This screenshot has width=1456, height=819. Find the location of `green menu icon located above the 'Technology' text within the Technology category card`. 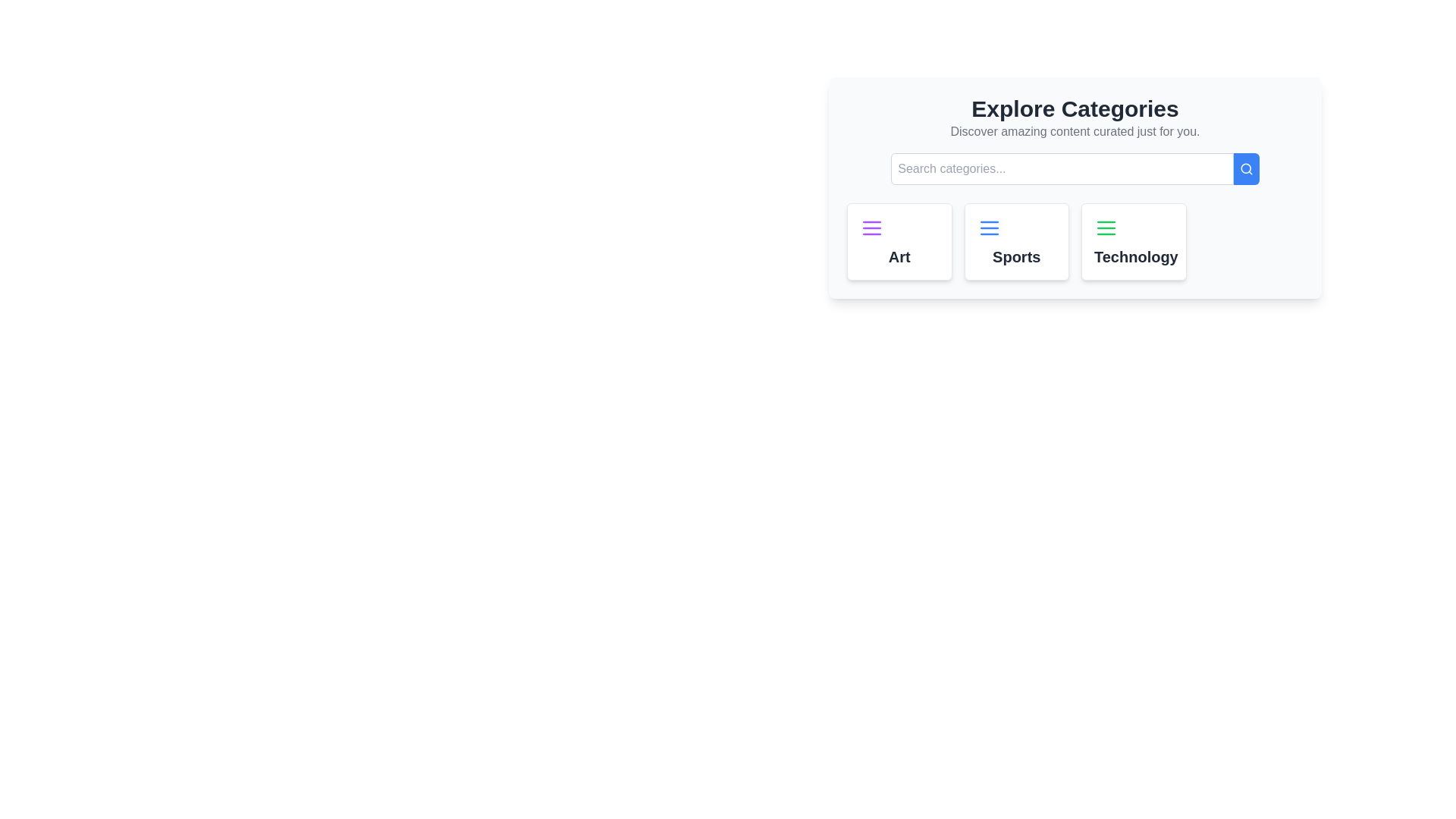

green menu icon located above the 'Technology' text within the Technology category card is located at coordinates (1106, 227).